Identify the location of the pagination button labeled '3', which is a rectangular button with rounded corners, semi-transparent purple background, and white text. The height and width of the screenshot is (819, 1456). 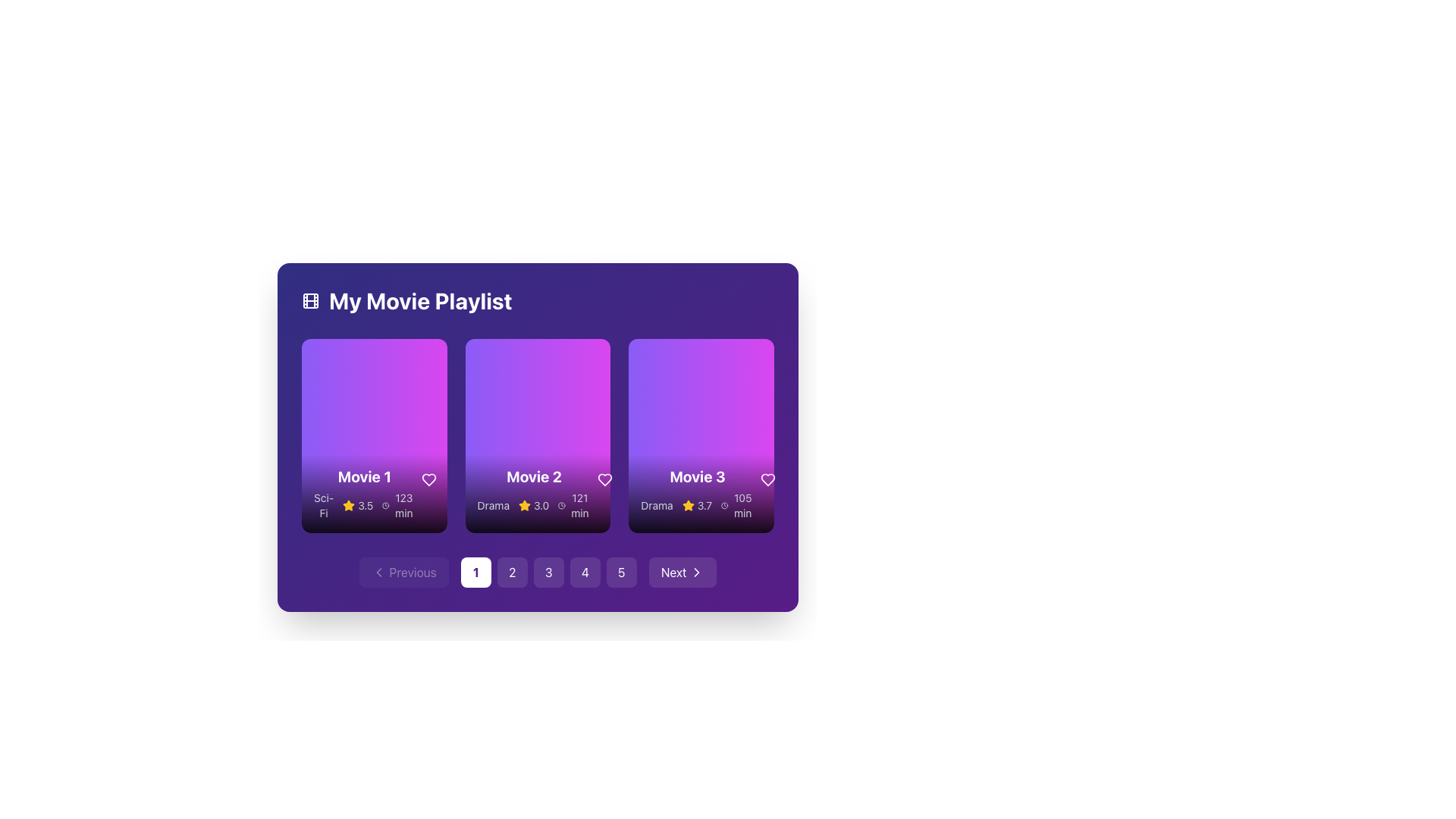
(538, 573).